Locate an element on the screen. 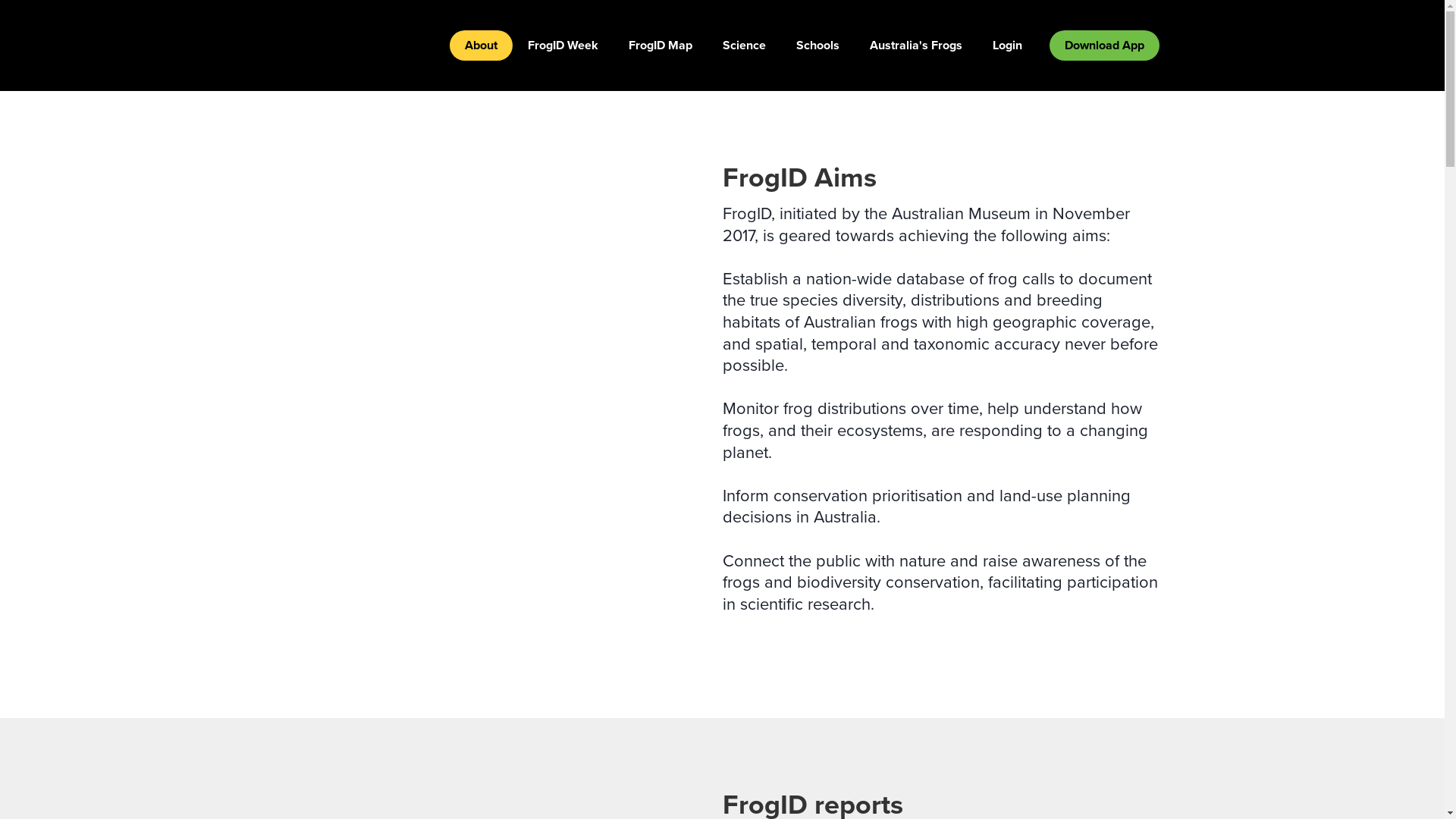 This screenshot has width=1456, height=819. 'Schools' is located at coordinates (817, 45).